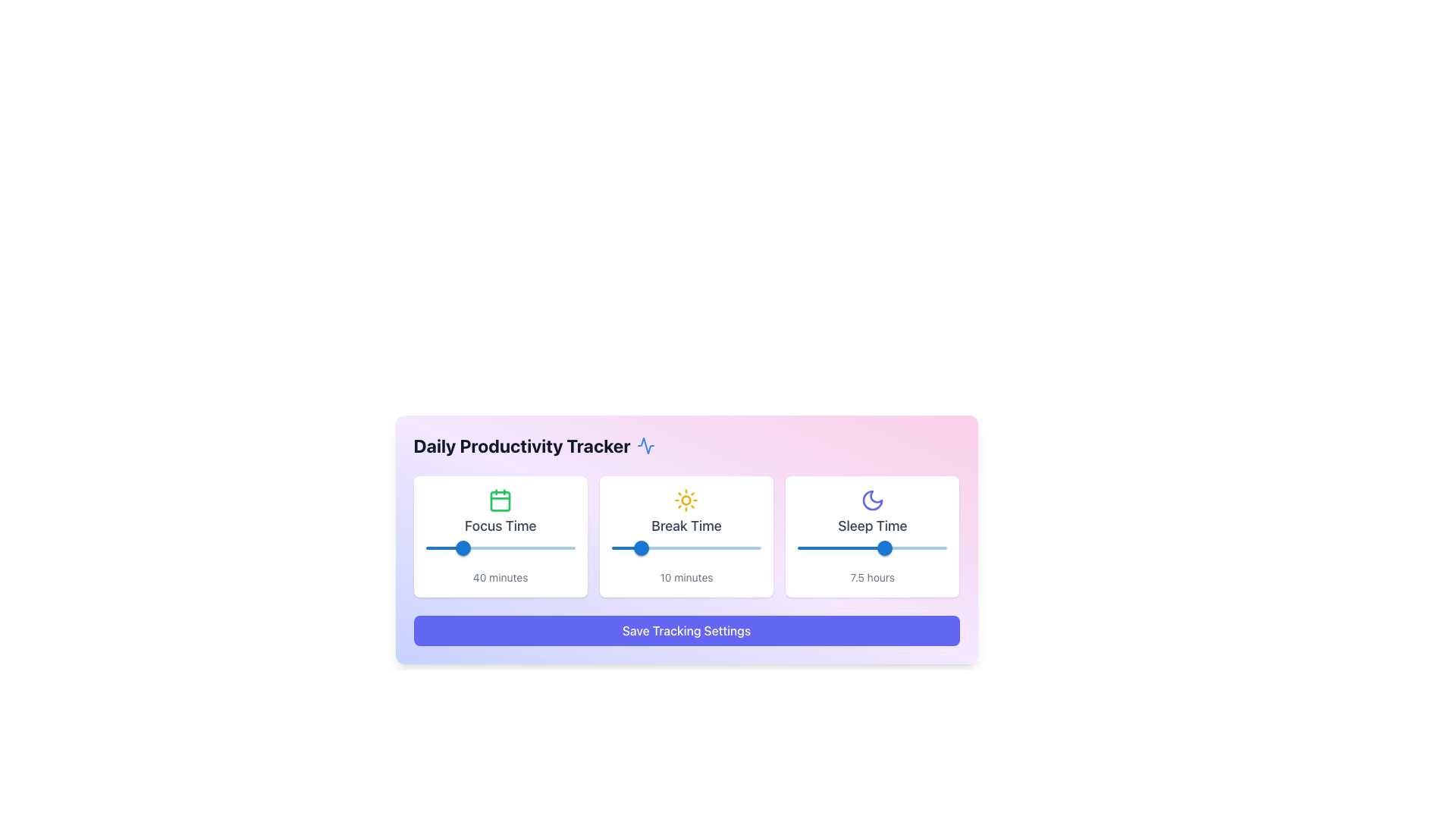  I want to click on the sun icon representing the 'Break Time' section in the Daily Productivity Tracker interface, which is centrally located above the text 'Break Time', so click(686, 500).